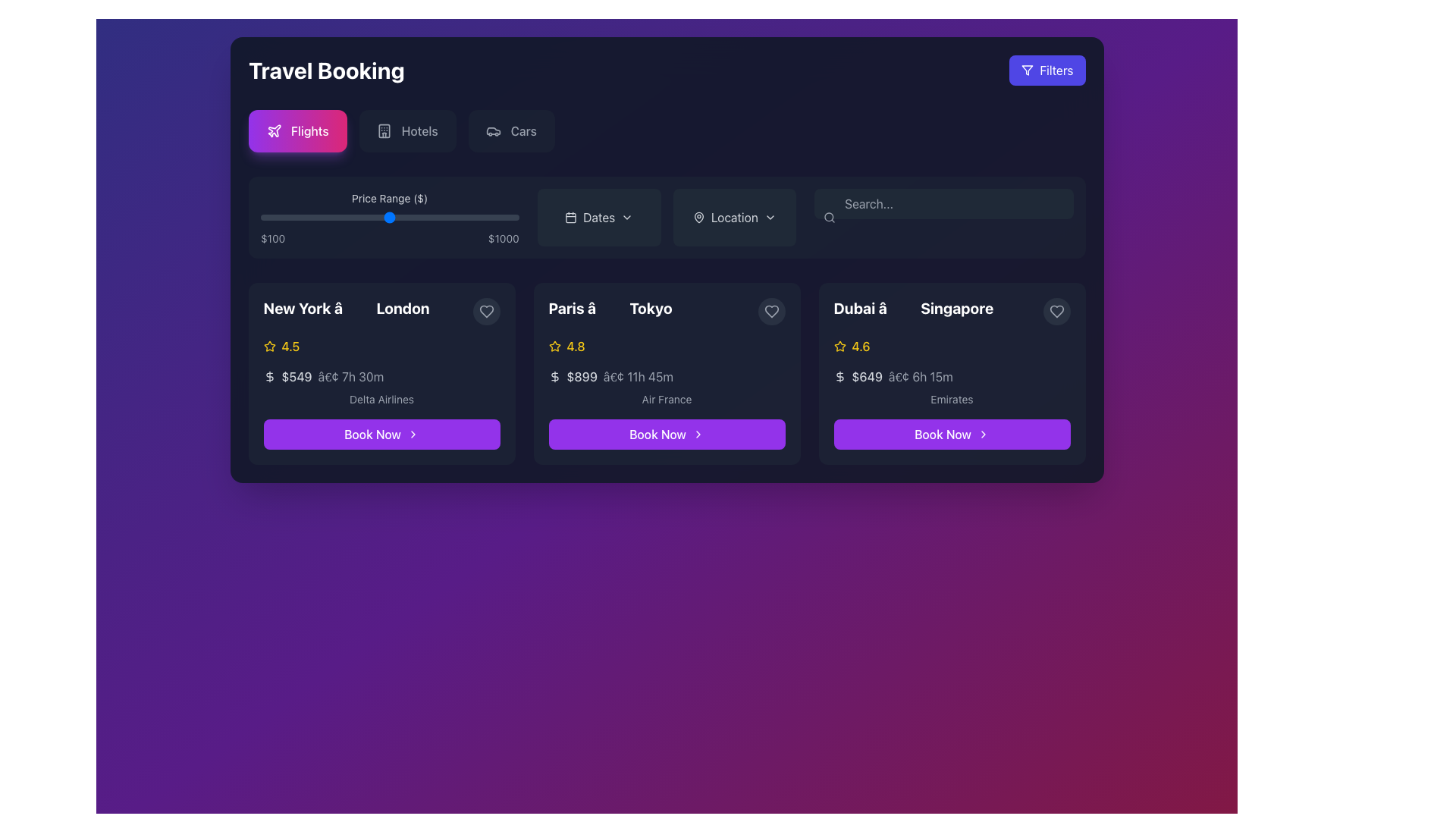 The height and width of the screenshot is (819, 1456). Describe the element at coordinates (513, 217) in the screenshot. I see `the price range` at that location.